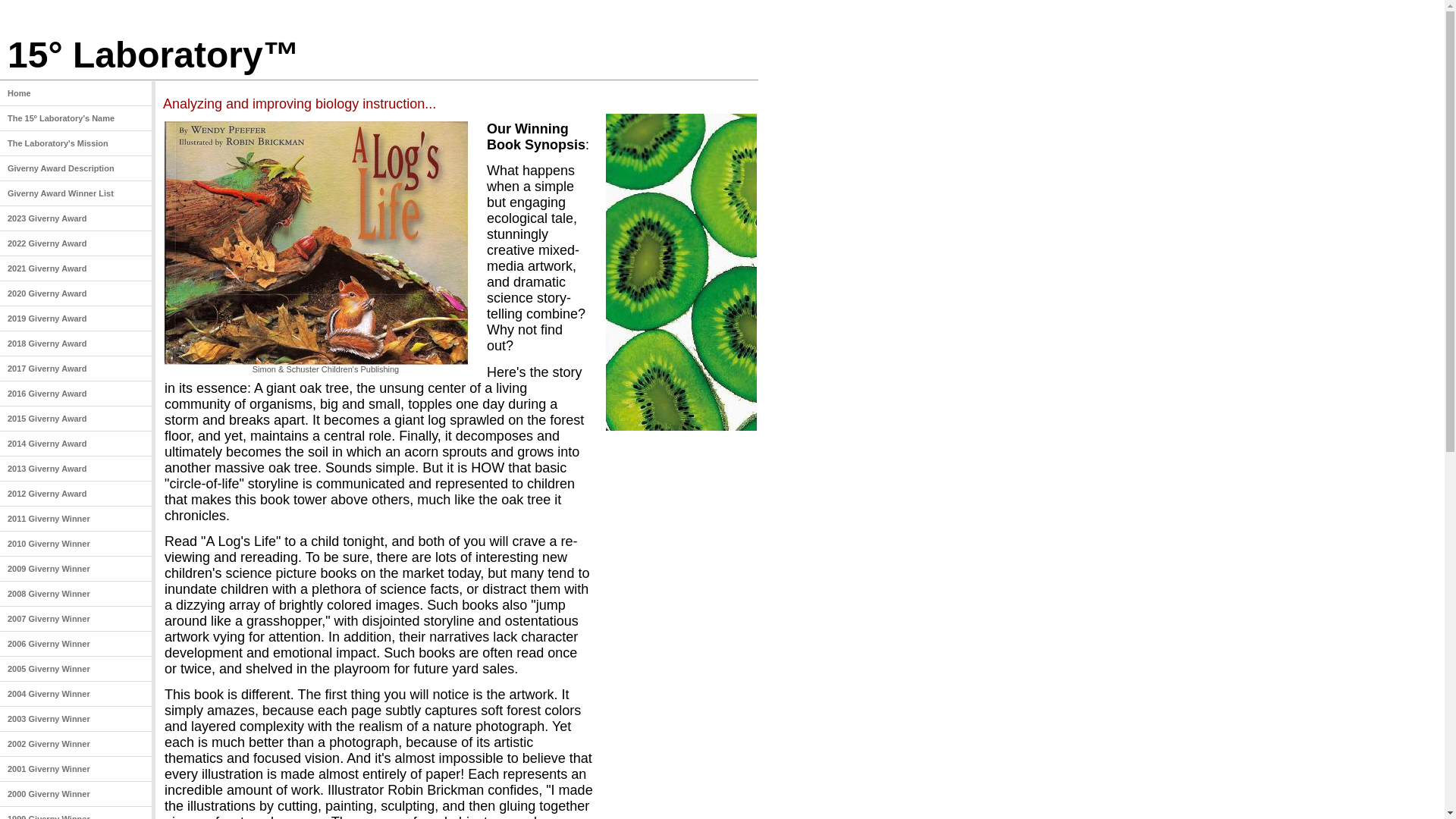  What do you see at coordinates (75, 243) in the screenshot?
I see `'2022 Giverny Award'` at bounding box center [75, 243].